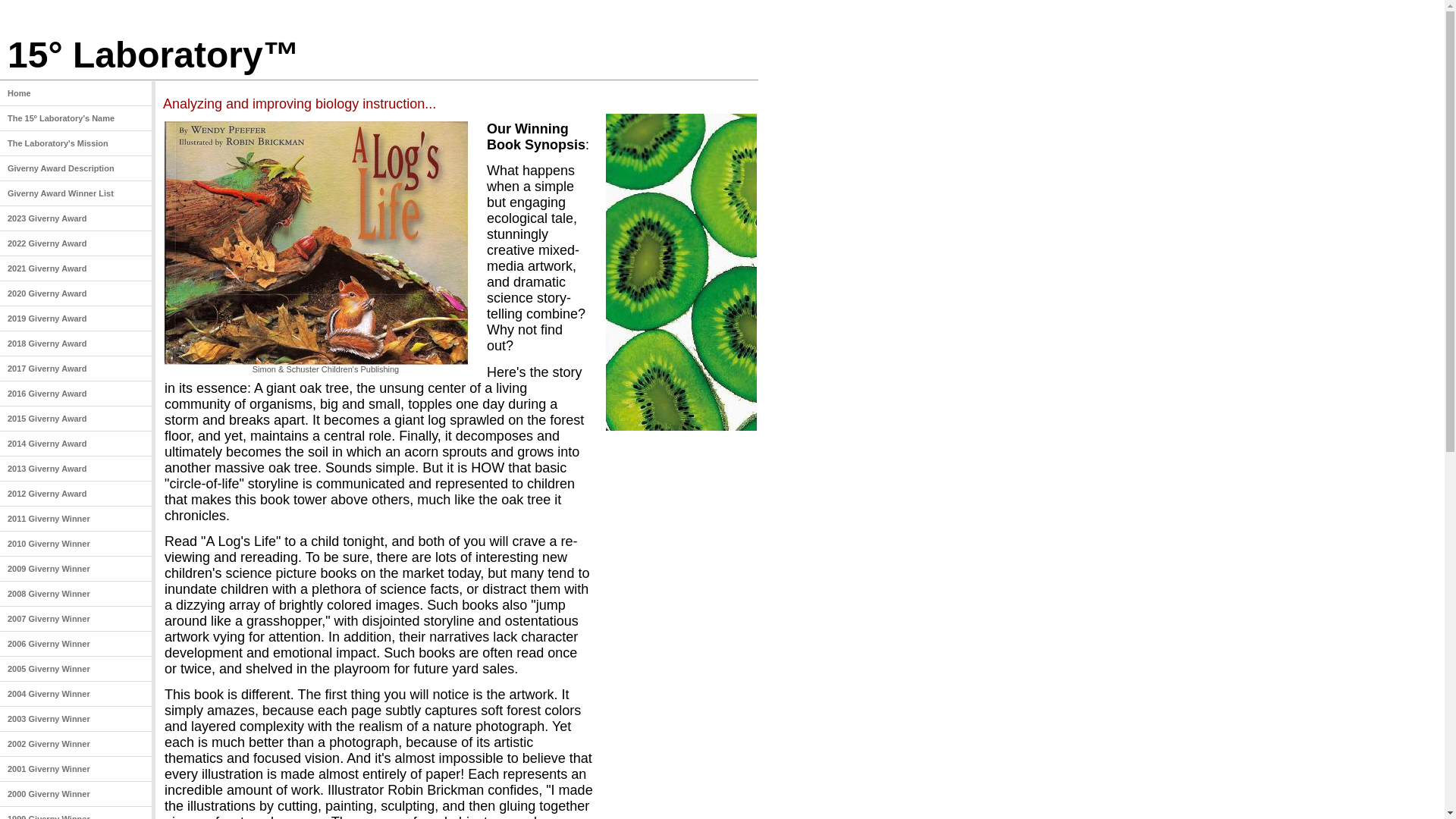  What do you see at coordinates (75, 243) in the screenshot?
I see `'2022 Giverny Award'` at bounding box center [75, 243].